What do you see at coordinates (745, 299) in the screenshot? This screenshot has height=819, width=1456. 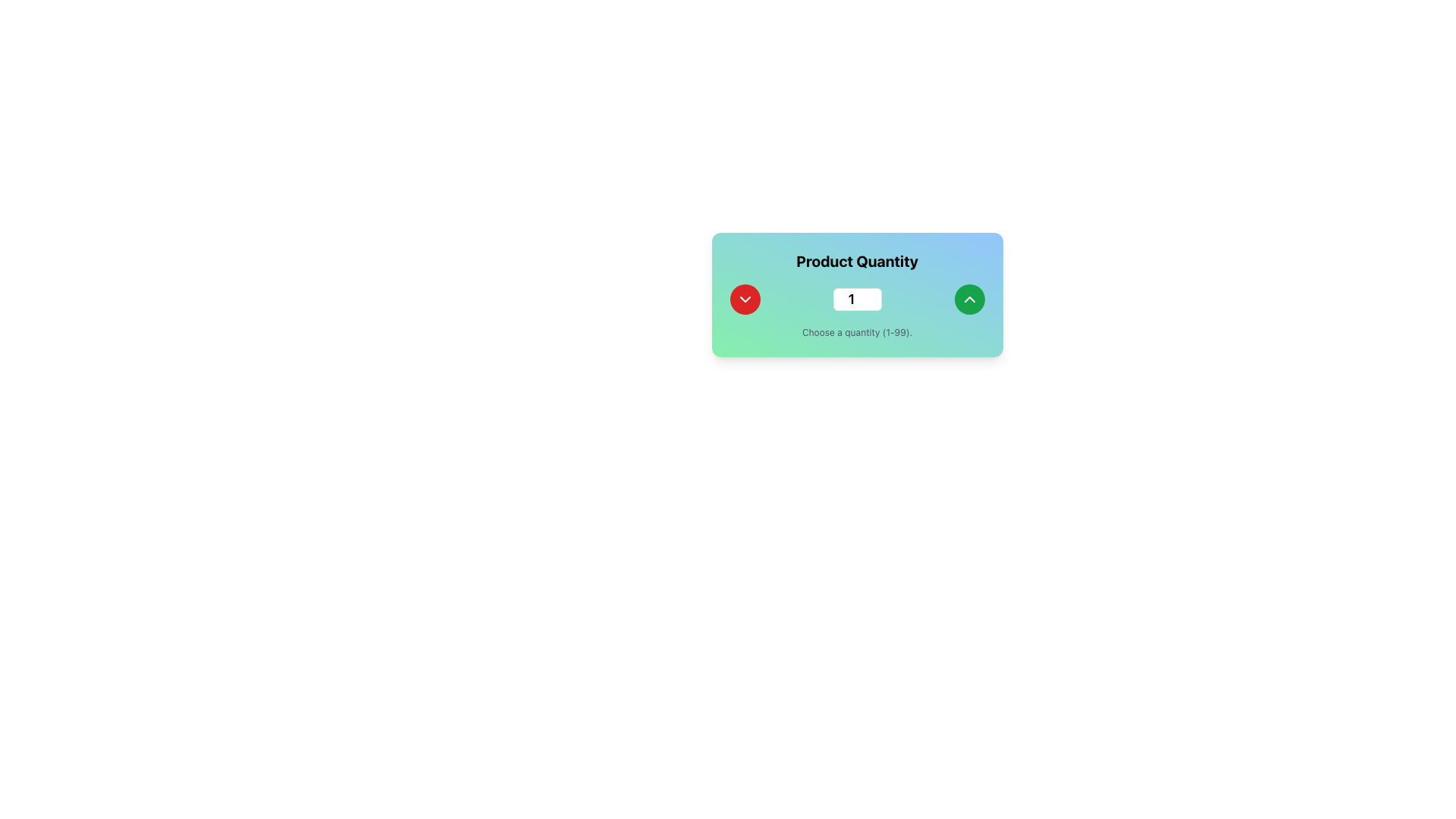 I see `the leftmost button that decreases the numeric value in the adjacent input field` at bounding box center [745, 299].